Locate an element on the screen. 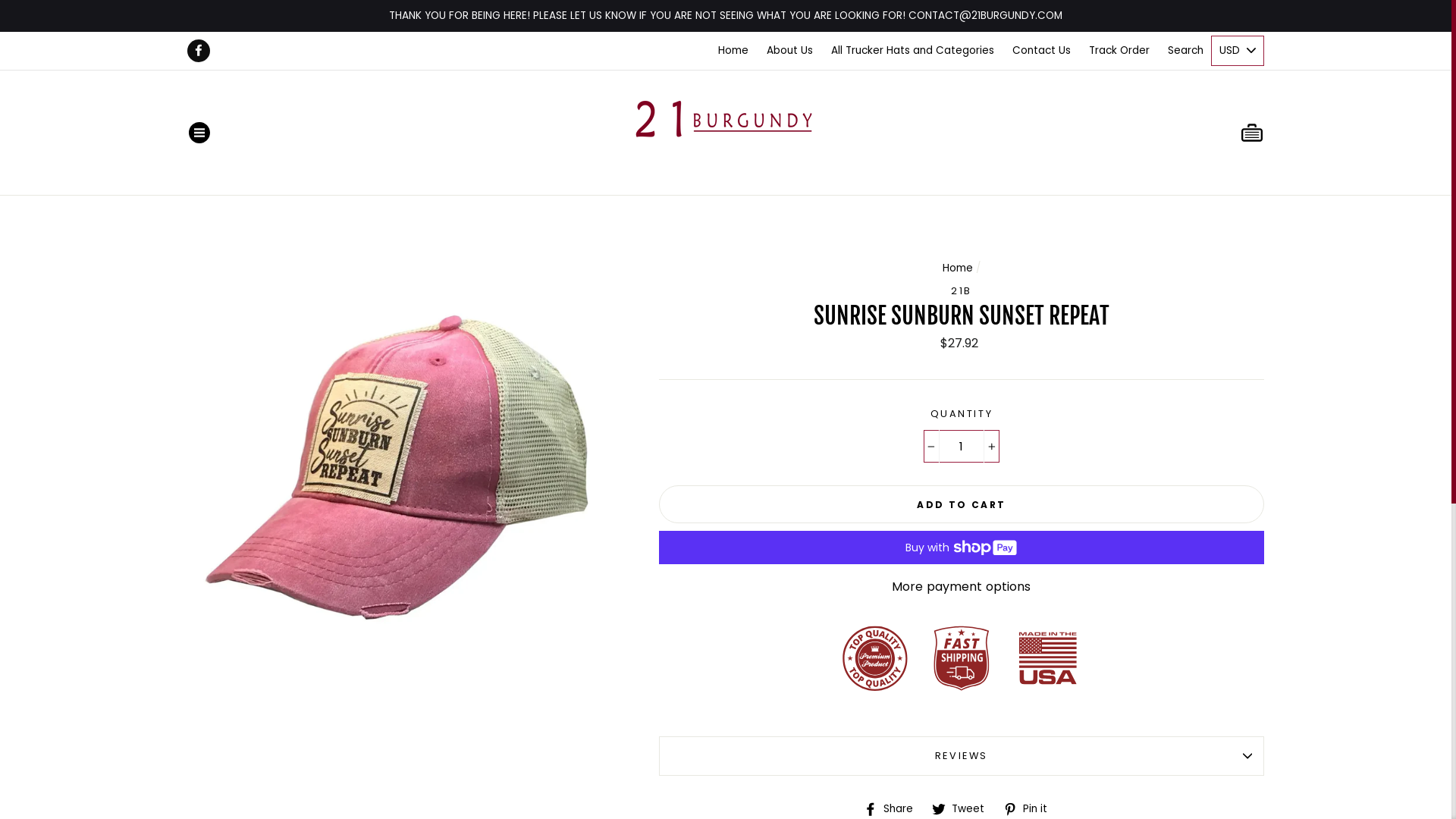  'About Us' is located at coordinates (789, 49).